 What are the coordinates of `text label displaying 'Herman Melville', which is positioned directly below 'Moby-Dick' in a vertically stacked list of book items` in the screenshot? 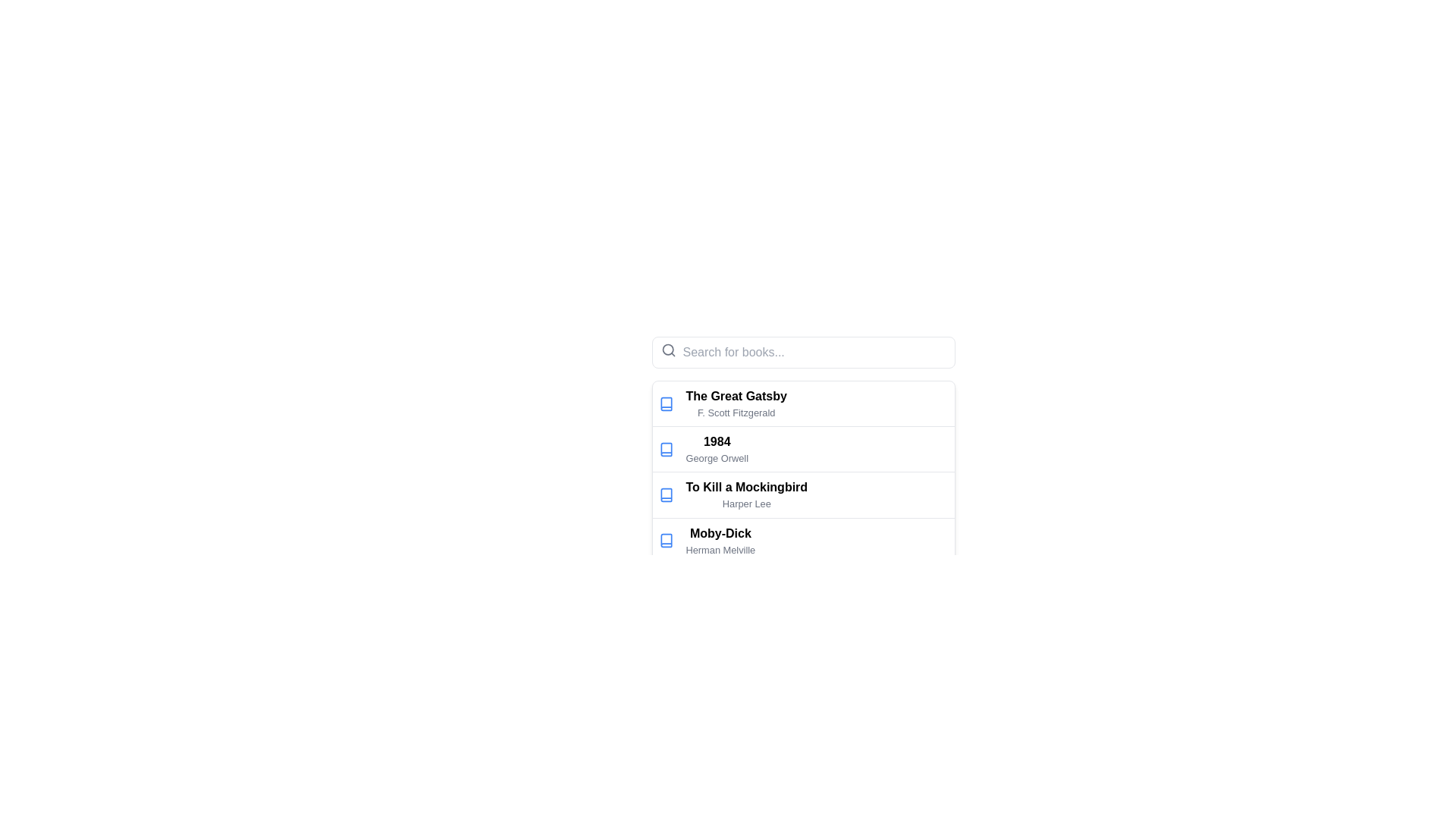 It's located at (720, 550).